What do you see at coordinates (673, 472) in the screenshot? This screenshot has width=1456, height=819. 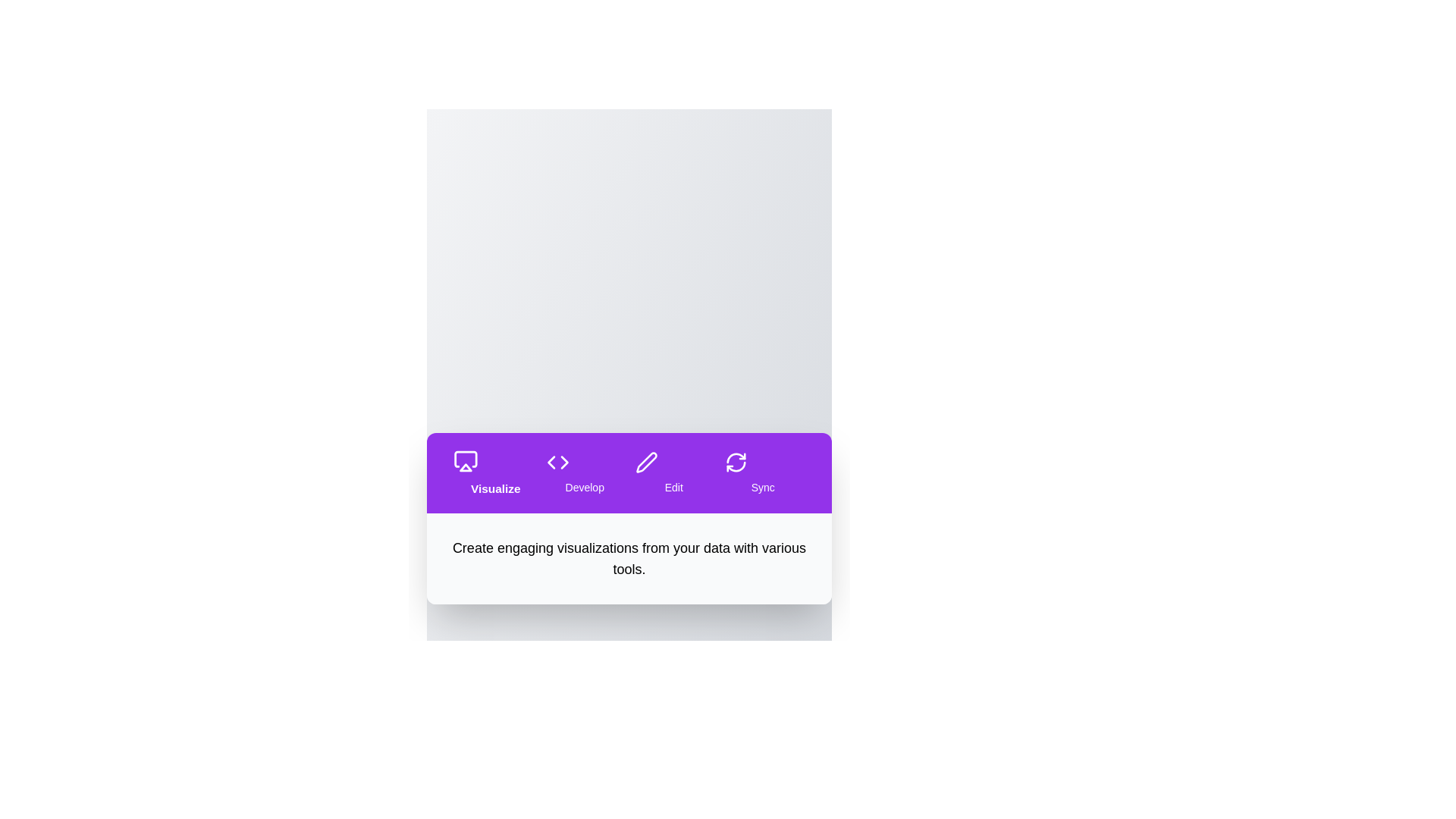 I see `the tab labeled Edit to observe its hover effect` at bounding box center [673, 472].